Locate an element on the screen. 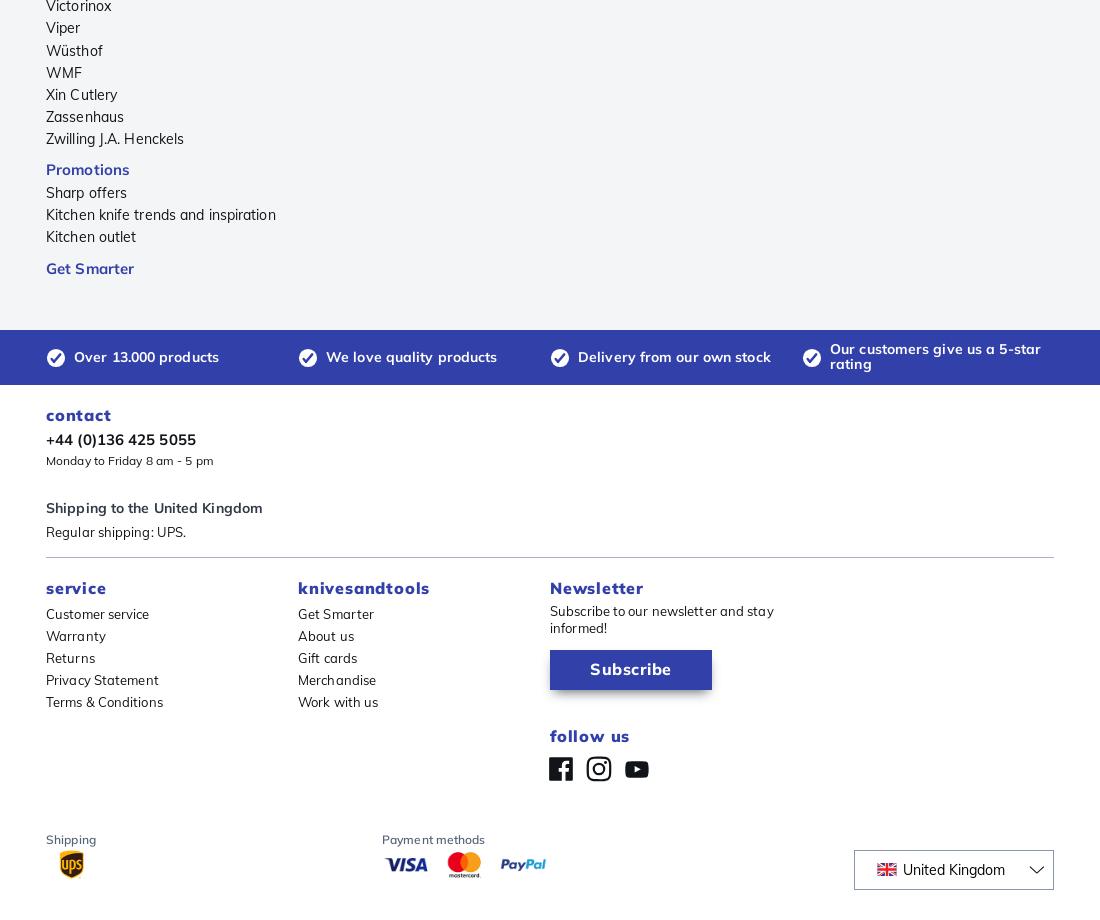 This screenshot has width=1100, height=920. 'Xin Cutlery' is located at coordinates (81, 94).